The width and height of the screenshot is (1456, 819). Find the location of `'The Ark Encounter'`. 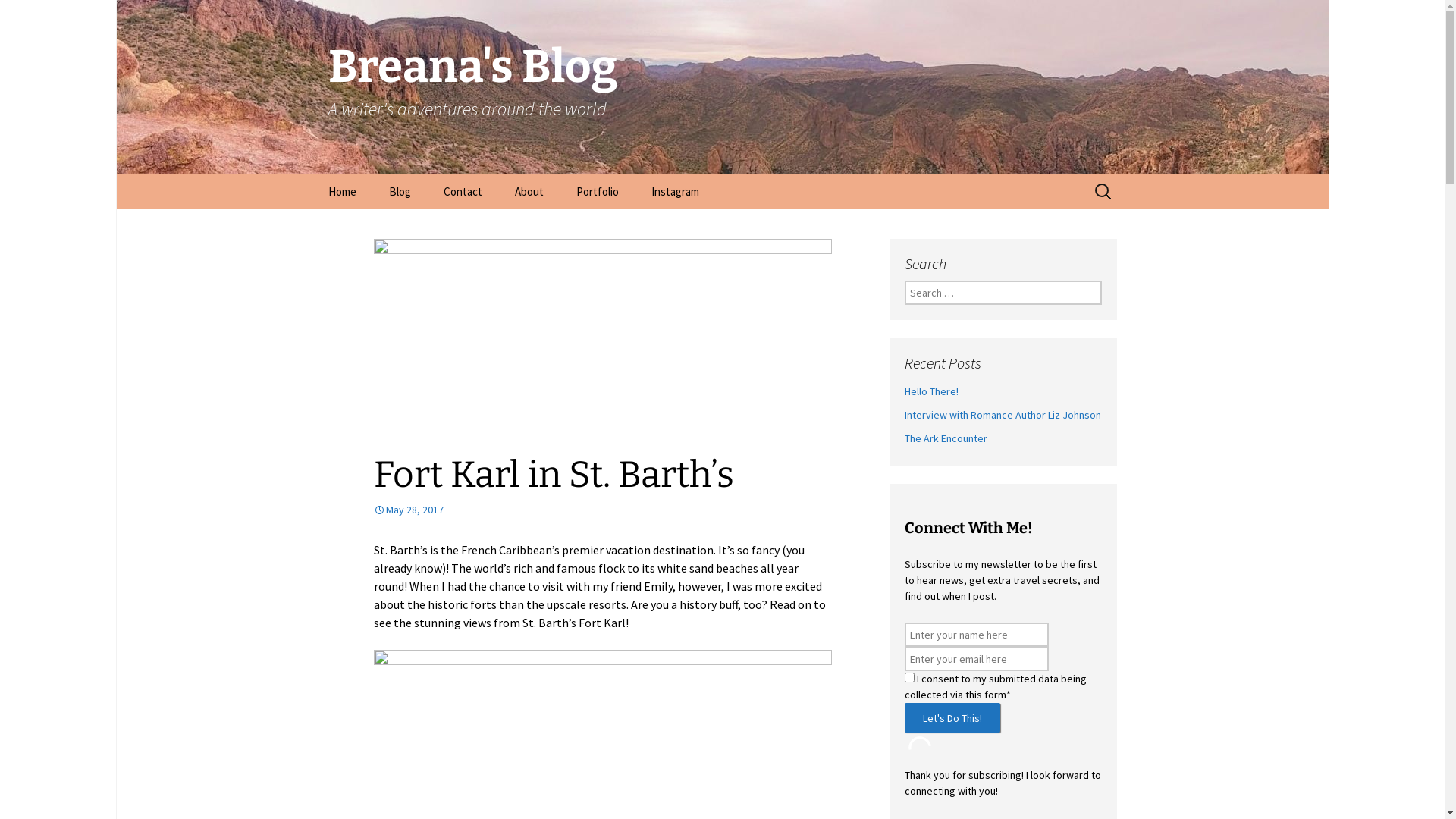

'The Ark Encounter' is located at coordinates (903, 438).